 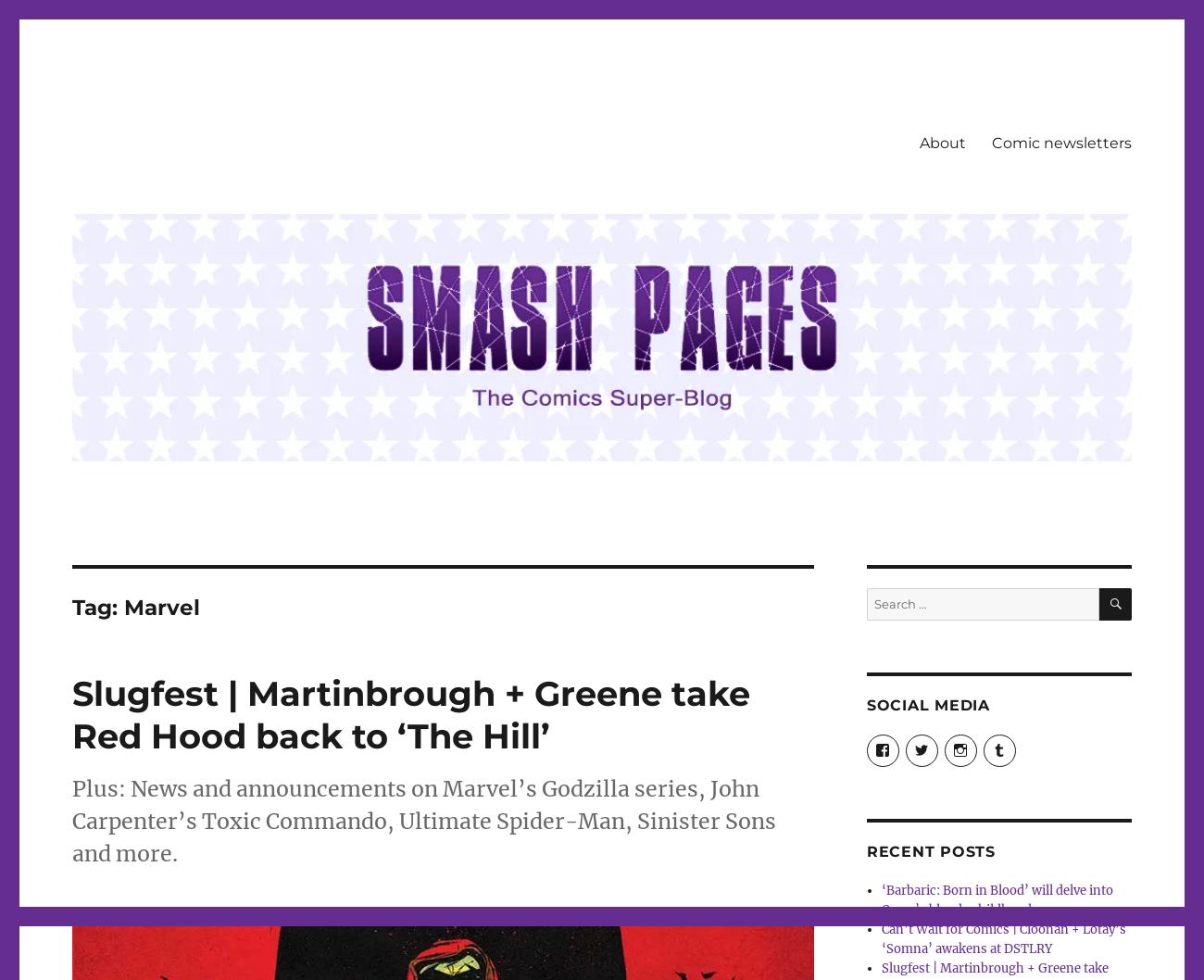 I want to click on '‘Barbaric: Born in Blood’ will delve into Owen’s bloody childhood', so click(x=997, y=898).